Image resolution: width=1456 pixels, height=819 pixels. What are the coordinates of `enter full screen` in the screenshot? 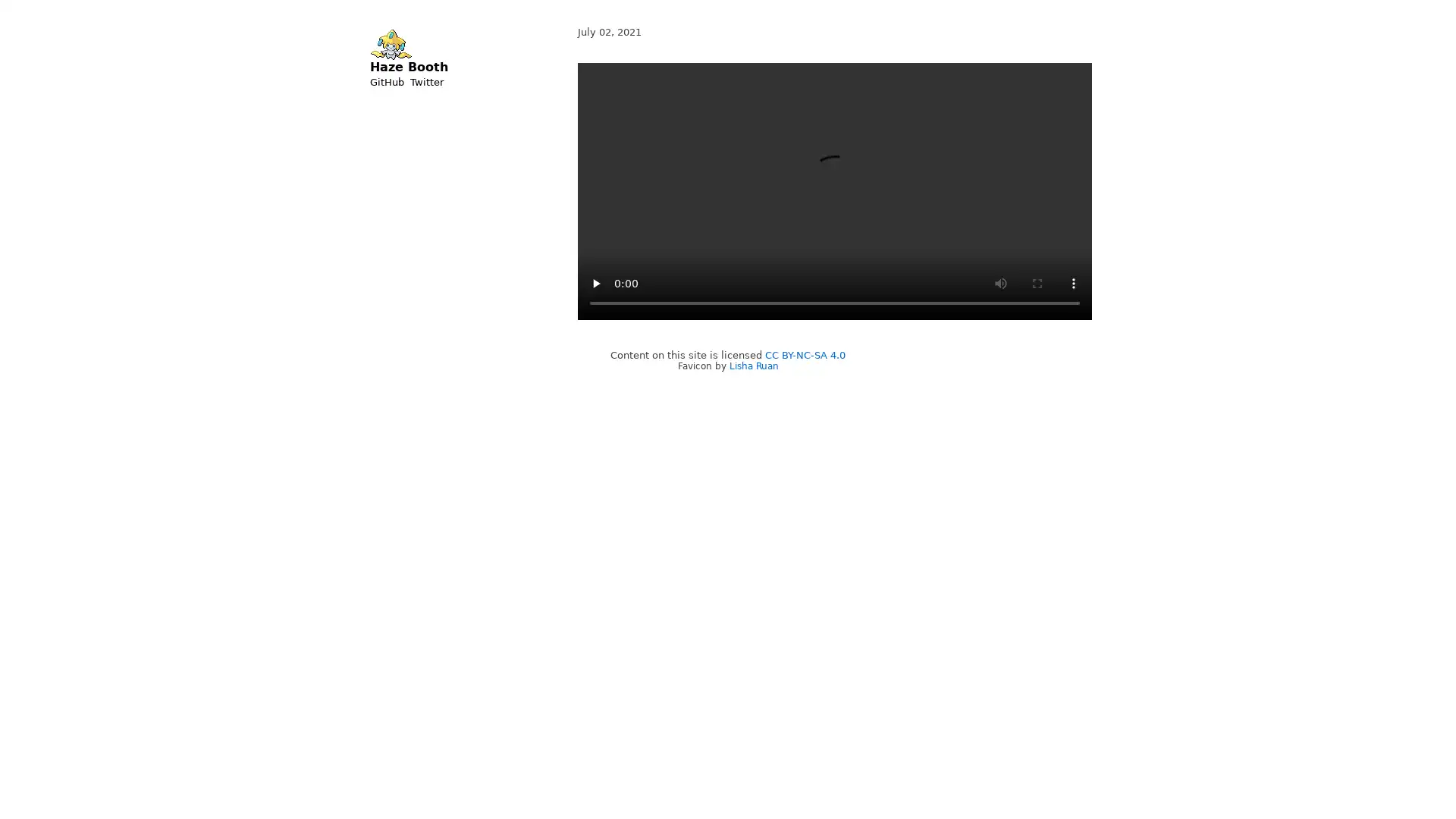 It's located at (1037, 284).